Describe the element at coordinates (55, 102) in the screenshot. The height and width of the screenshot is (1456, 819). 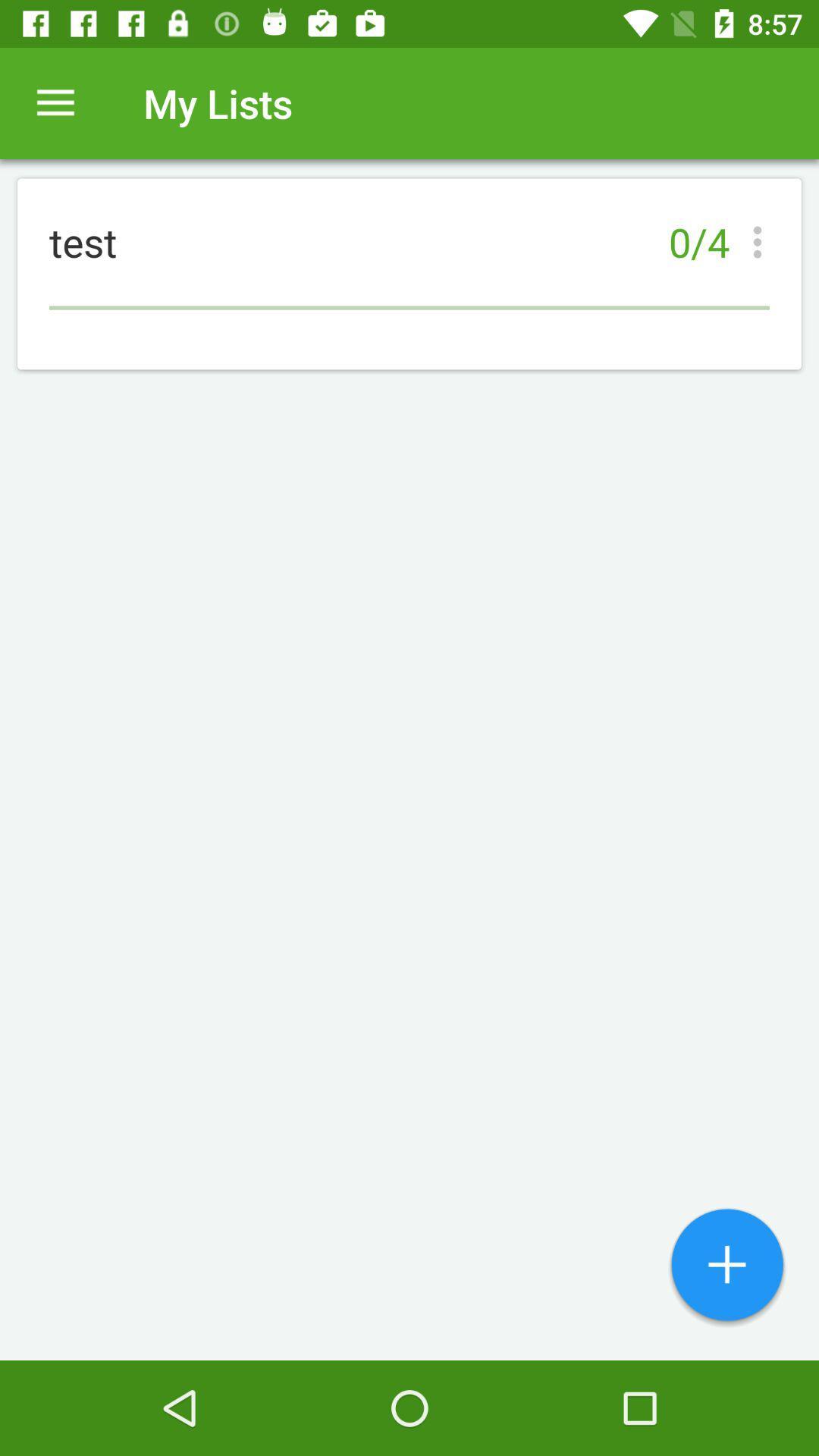
I see `the item to the left of the my lists` at that location.